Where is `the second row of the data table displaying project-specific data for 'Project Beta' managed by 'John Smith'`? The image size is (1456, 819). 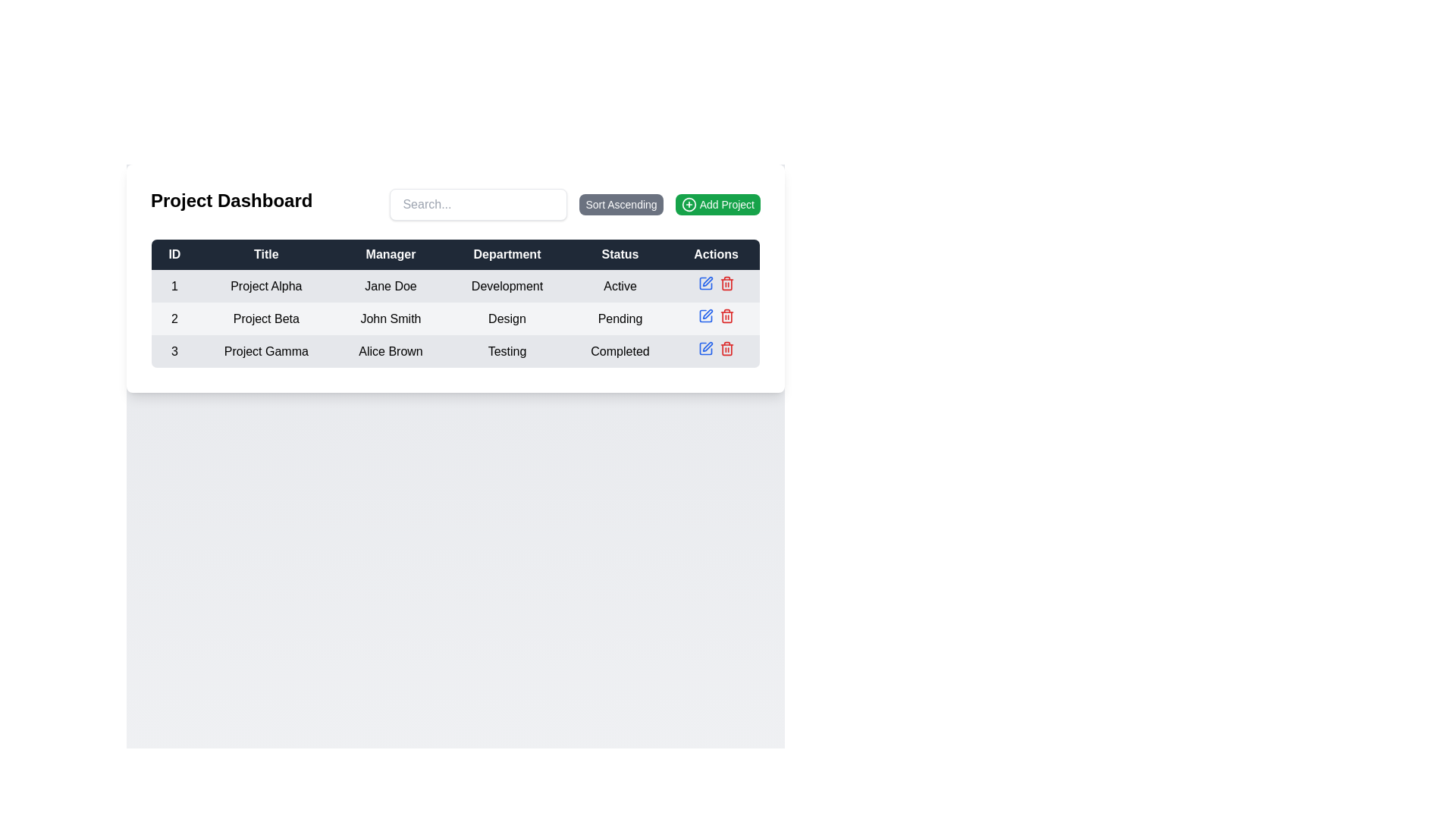 the second row of the data table displaying project-specific data for 'Project Beta' managed by 'John Smith' is located at coordinates (454, 318).